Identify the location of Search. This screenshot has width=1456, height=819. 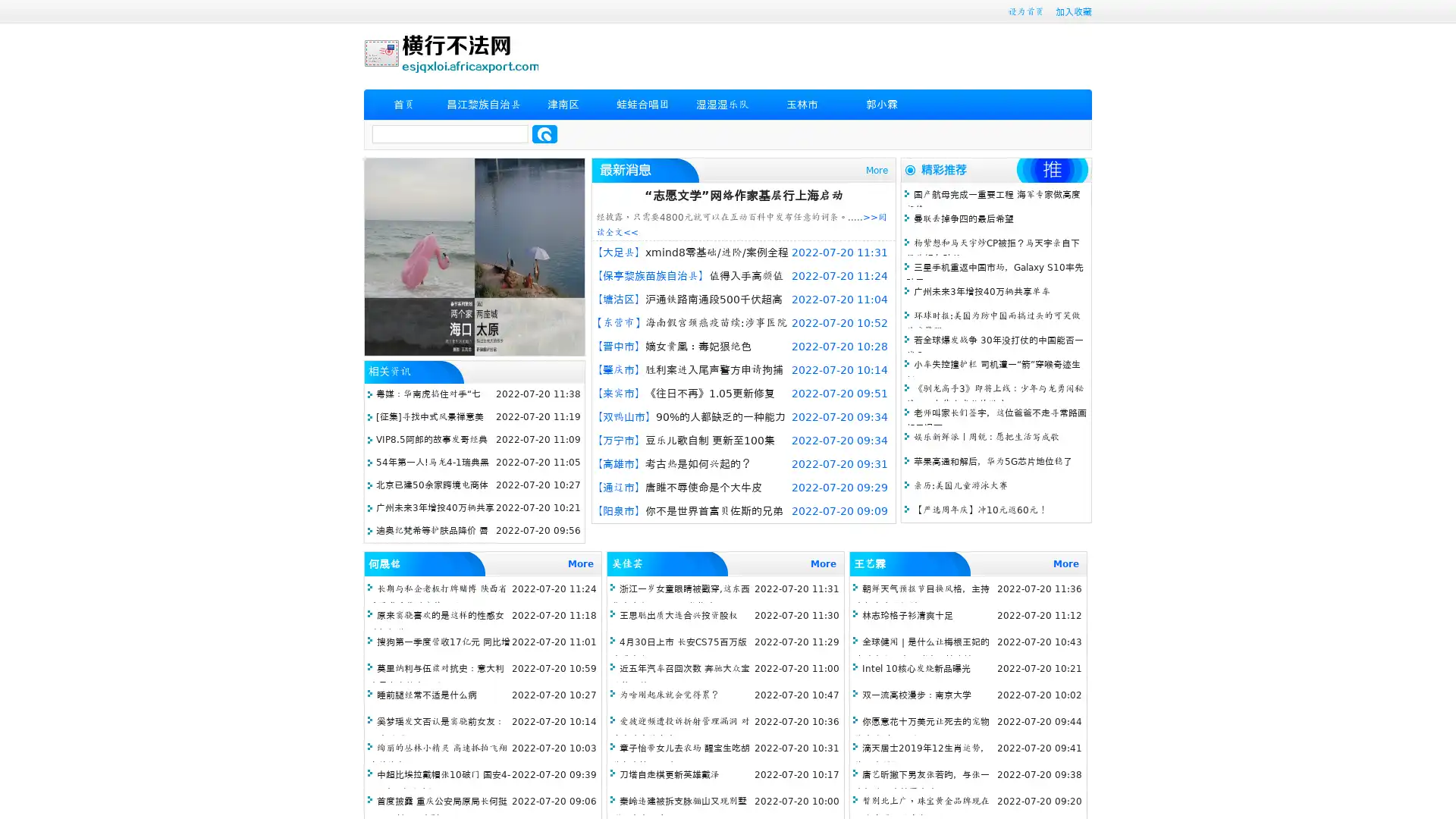
(544, 133).